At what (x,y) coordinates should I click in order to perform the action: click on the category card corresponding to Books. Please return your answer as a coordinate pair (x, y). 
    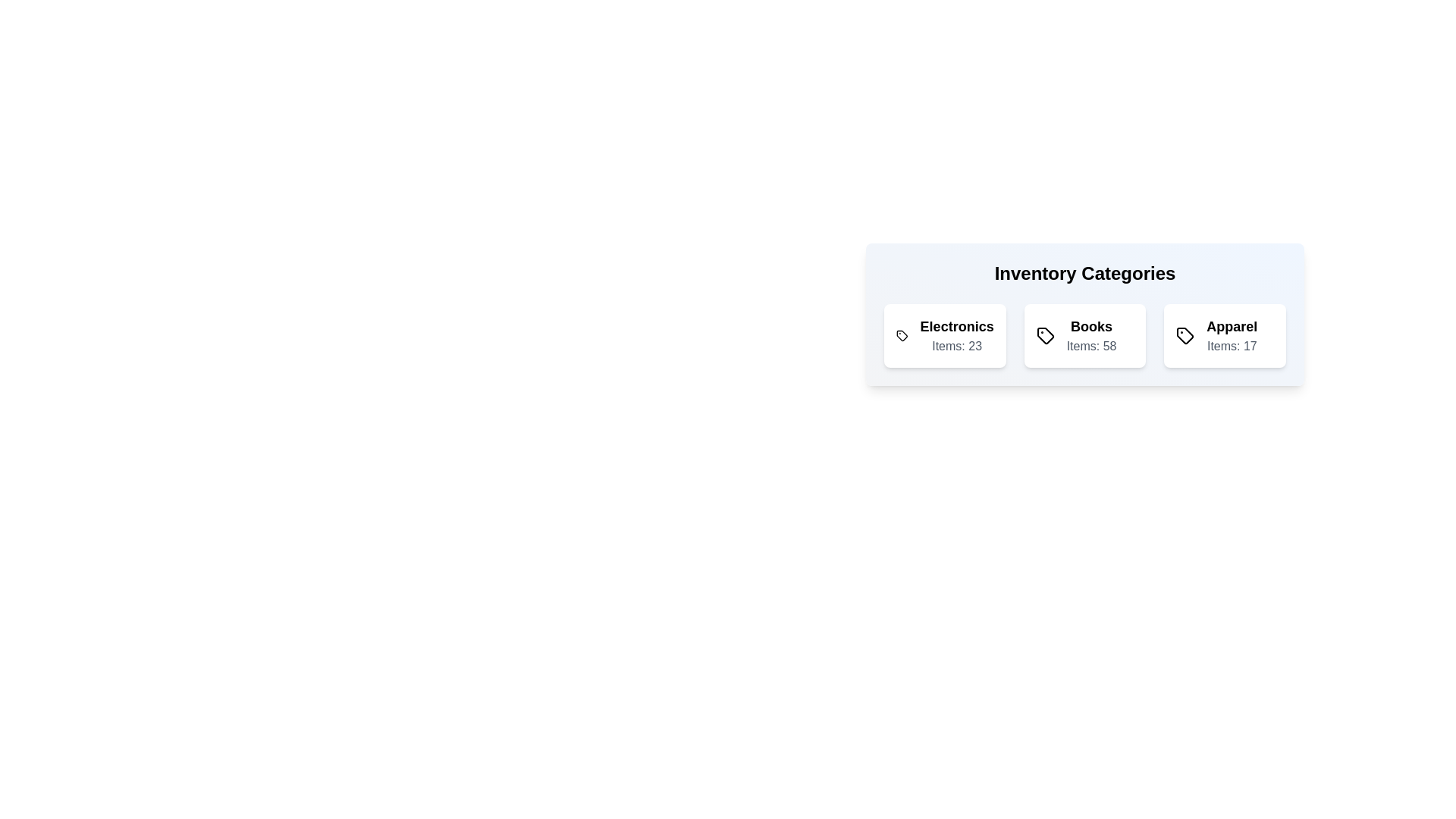
    Looking at the image, I should click on (1084, 335).